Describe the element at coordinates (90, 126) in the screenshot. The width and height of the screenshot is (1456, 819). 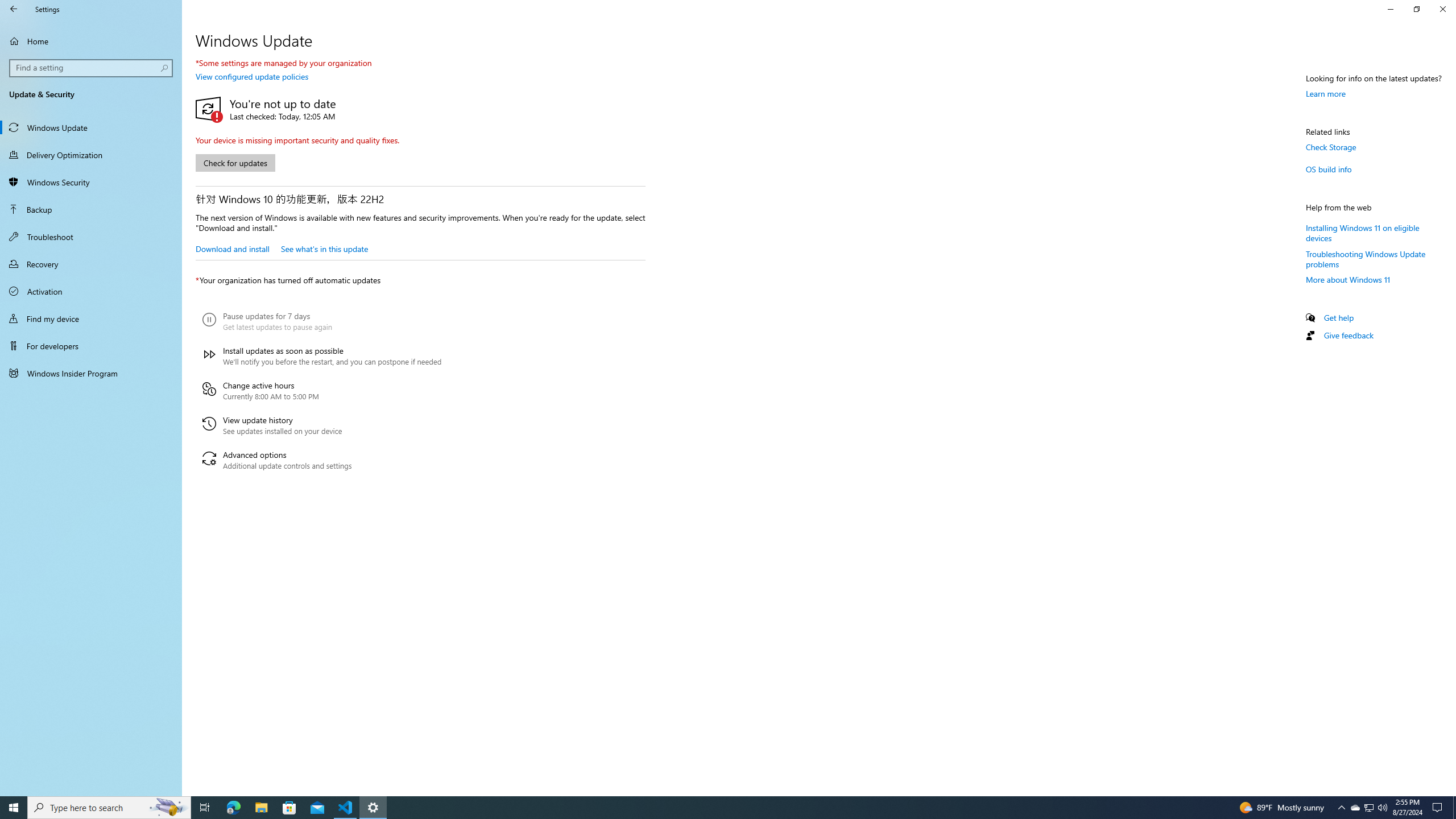
I see `'Windows Update'` at that location.